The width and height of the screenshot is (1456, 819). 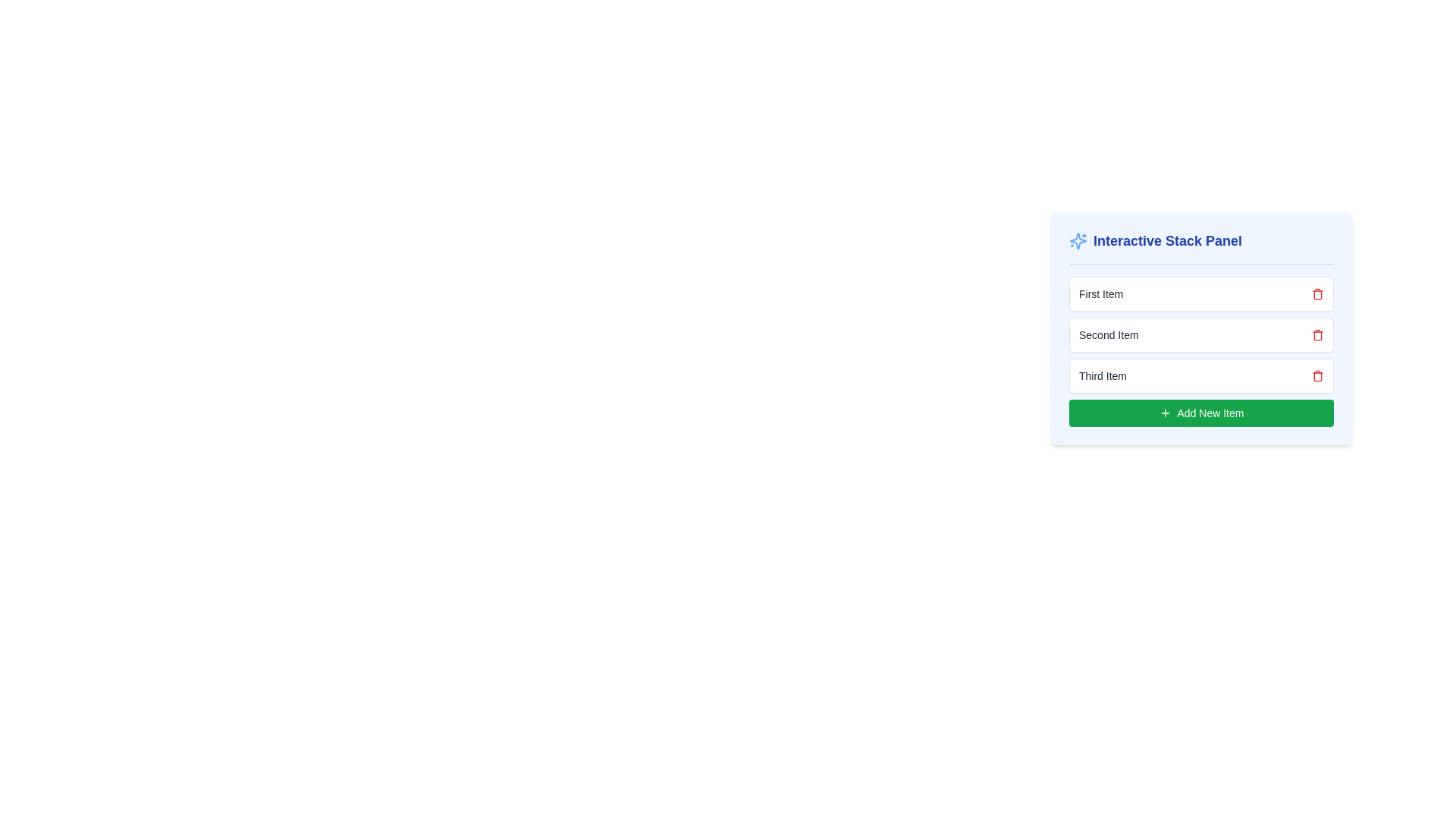 I want to click on the SVG icon embedded within the green 'Add New Item' button located at the bottom of the 'Interactive Stack Panel', so click(x=1164, y=413).